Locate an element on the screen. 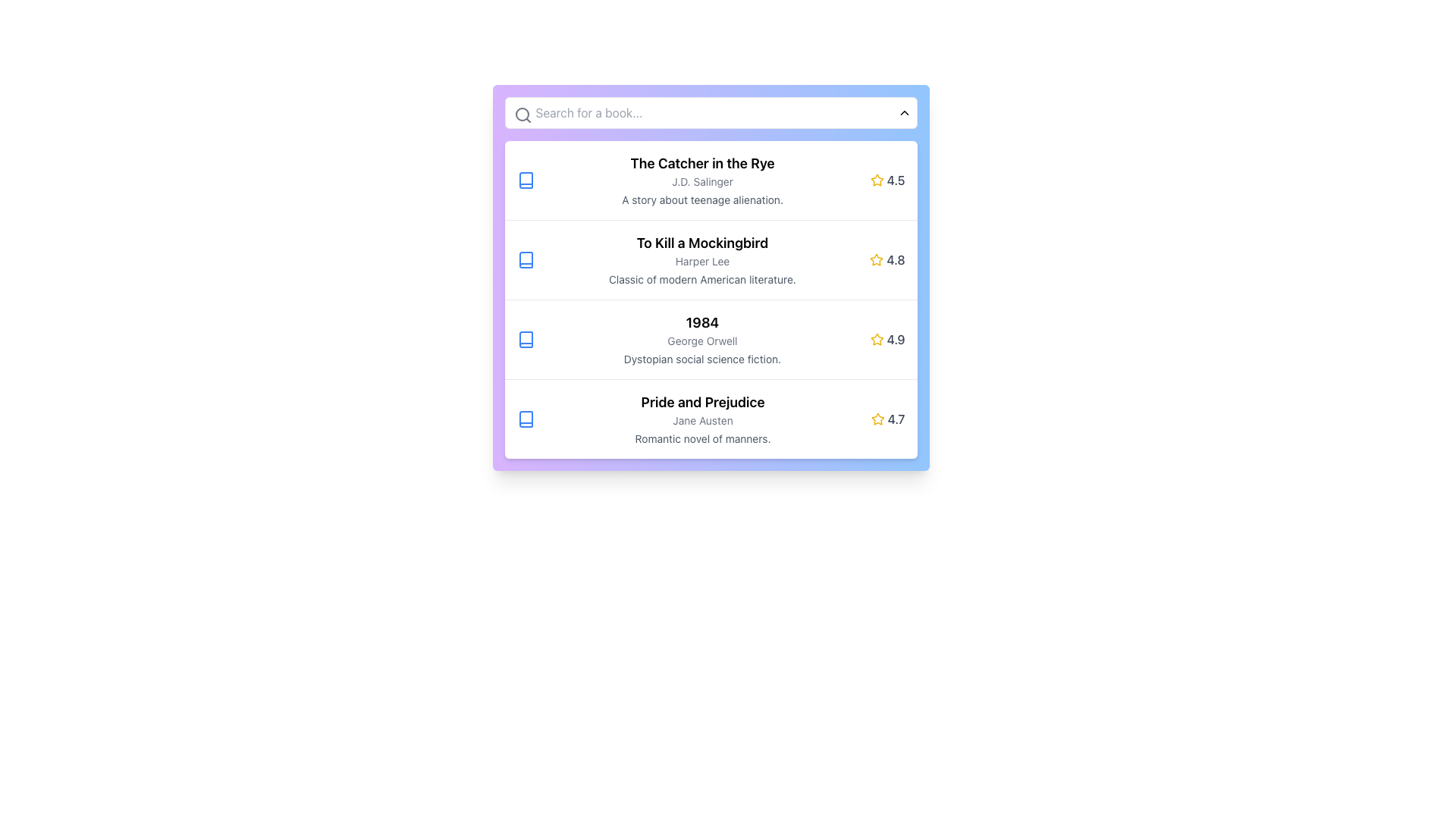 The height and width of the screenshot is (819, 1456). the fourth star icon representing the rating feature for 'Pride and Prejudice' by Jane Austen in the book list interface is located at coordinates (877, 419).